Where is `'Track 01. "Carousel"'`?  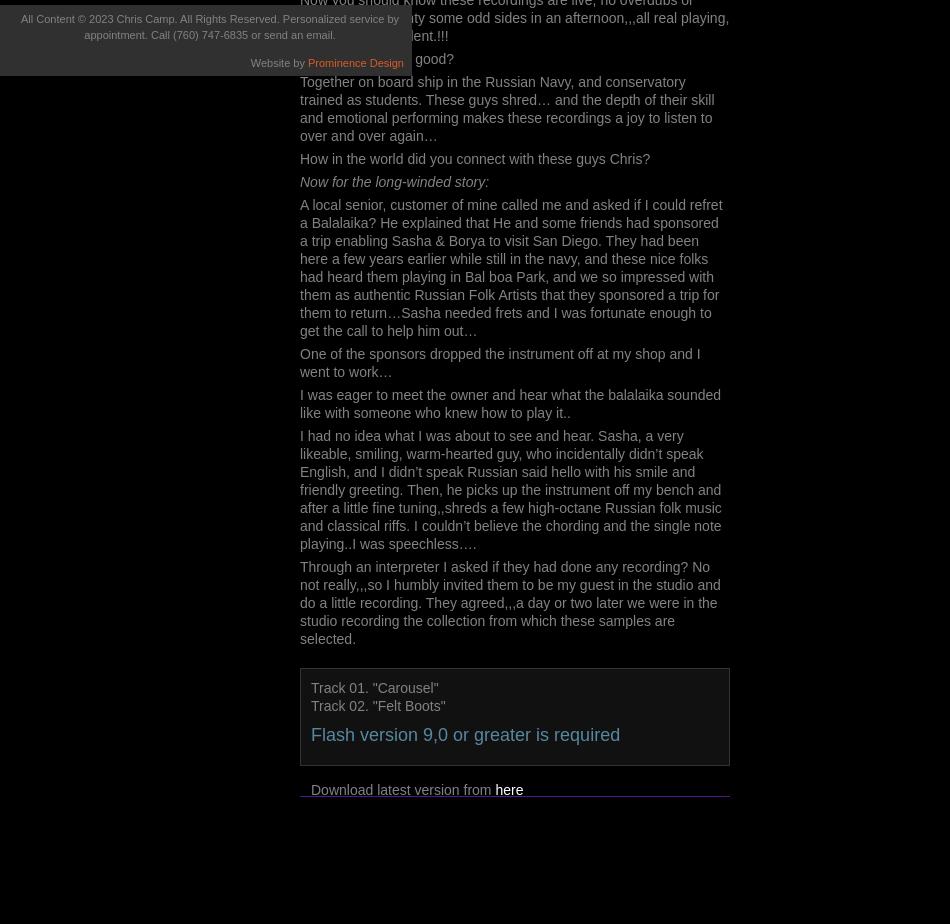
'Track 01. "Carousel"' is located at coordinates (373, 688).